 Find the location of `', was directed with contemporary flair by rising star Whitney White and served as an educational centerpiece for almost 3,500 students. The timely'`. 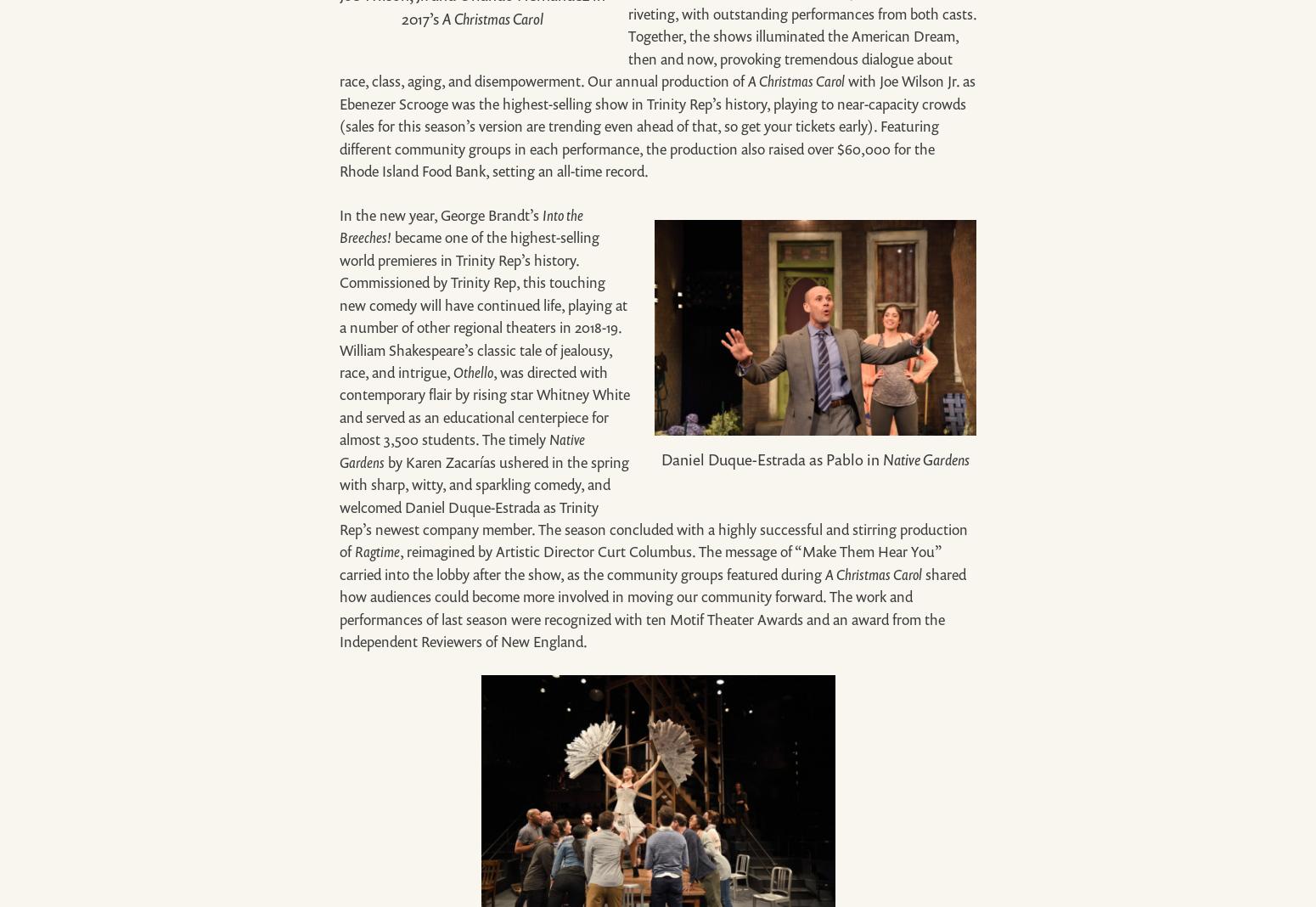

', was directed with contemporary flair by rising star Whitney White and served as an educational centerpiece for almost 3,500 students. The timely' is located at coordinates (485, 405).